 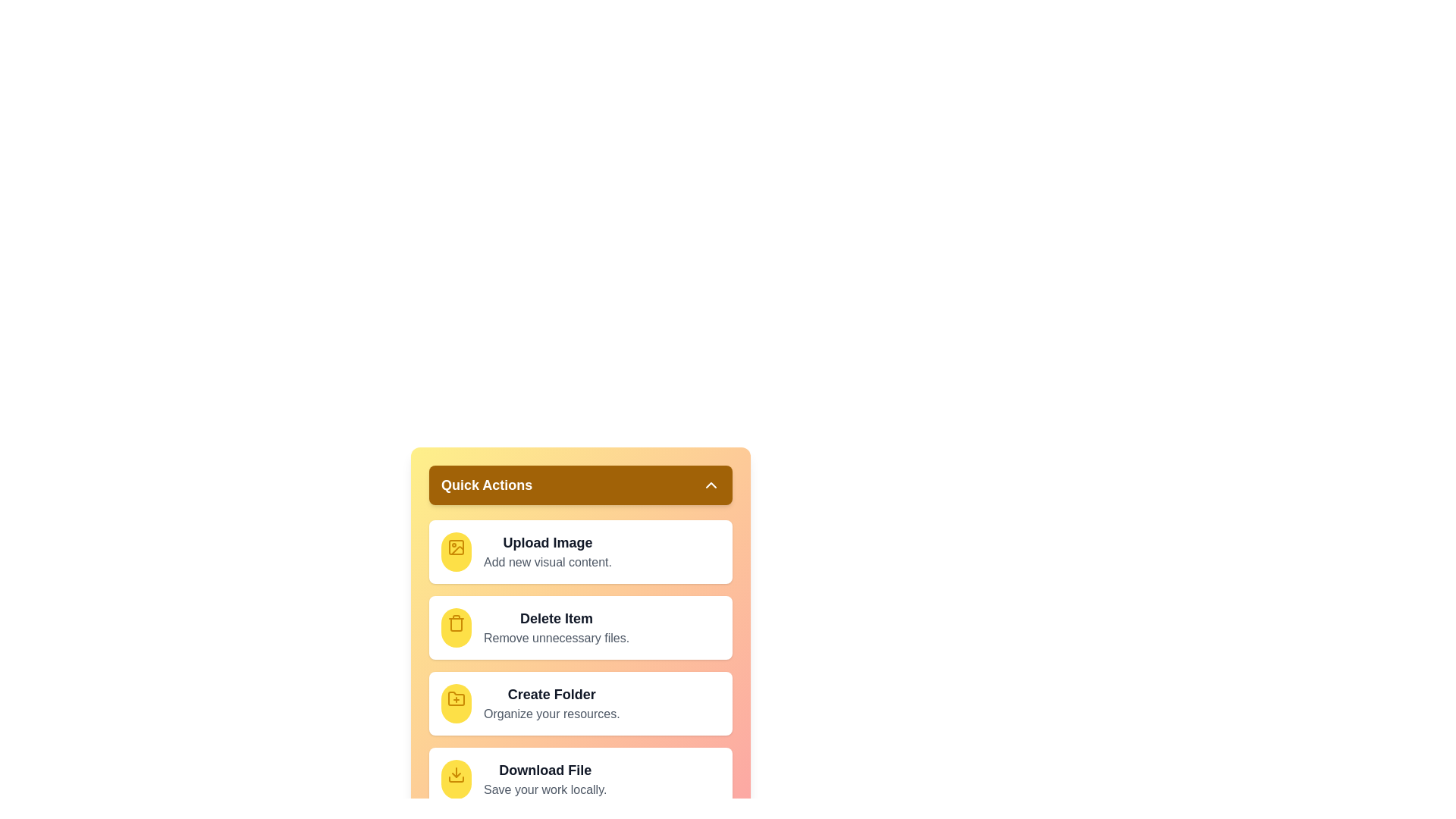 What do you see at coordinates (551, 694) in the screenshot?
I see `the 'Create Folder' action in the QuickActionMenu` at bounding box center [551, 694].